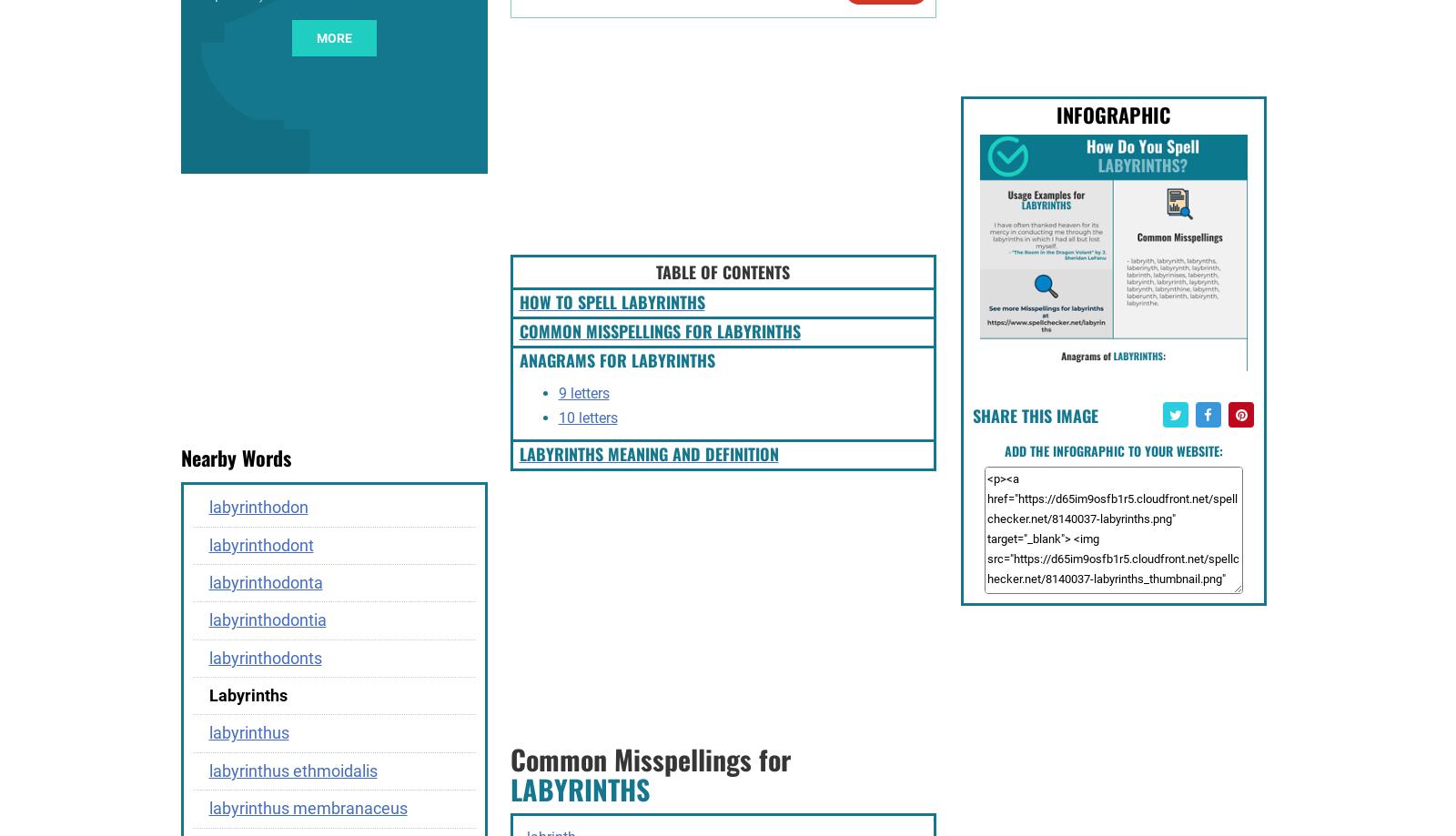 The width and height of the screenshot is (1456, 836). I want to click on 'Add the infographic to your website:', so click(1112, 448).